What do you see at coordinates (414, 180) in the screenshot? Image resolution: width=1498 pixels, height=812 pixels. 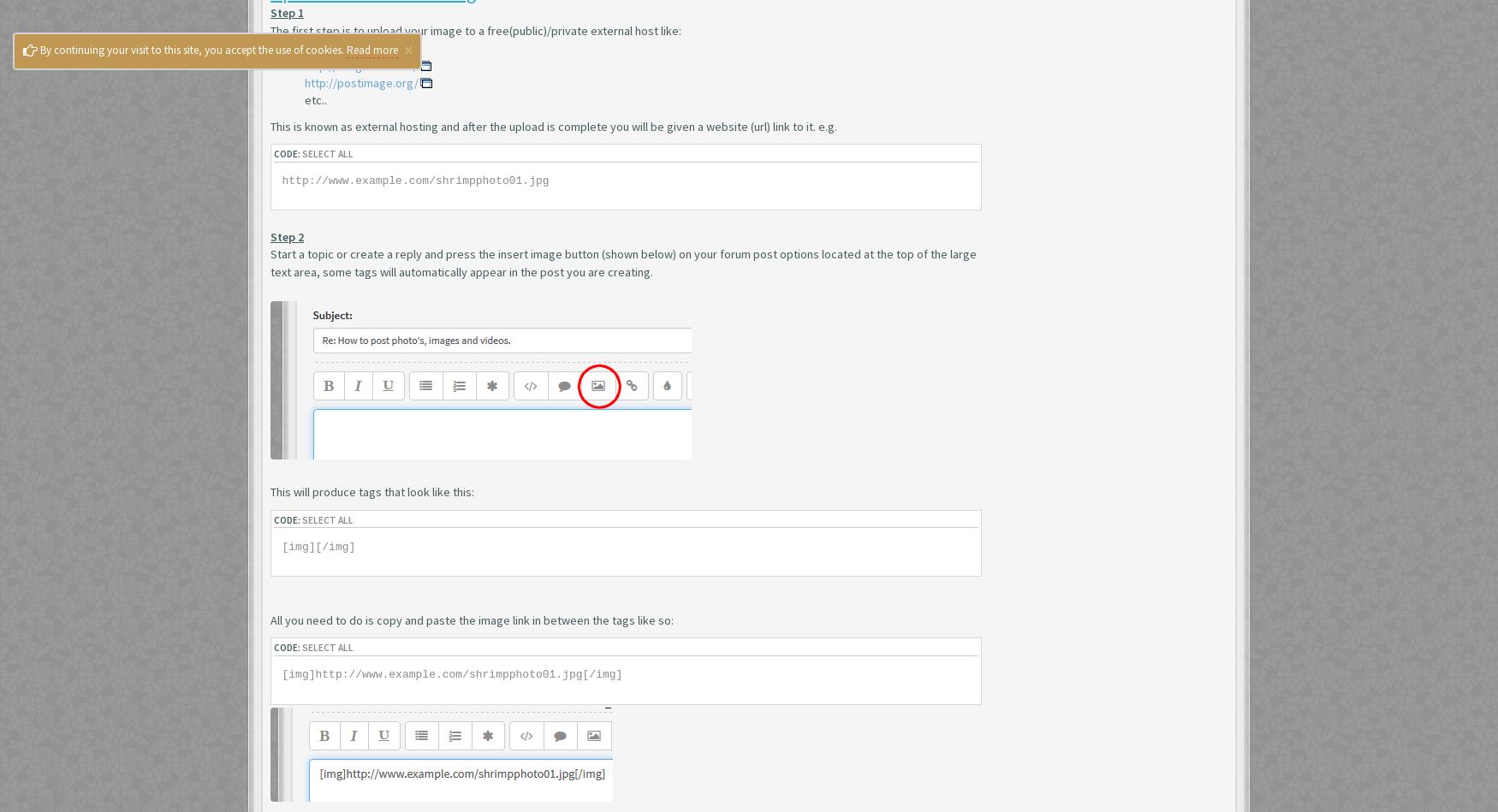 I see `'http://www.example.com/shrimpphoto01.jpg'` at bounding box center [414, 180].